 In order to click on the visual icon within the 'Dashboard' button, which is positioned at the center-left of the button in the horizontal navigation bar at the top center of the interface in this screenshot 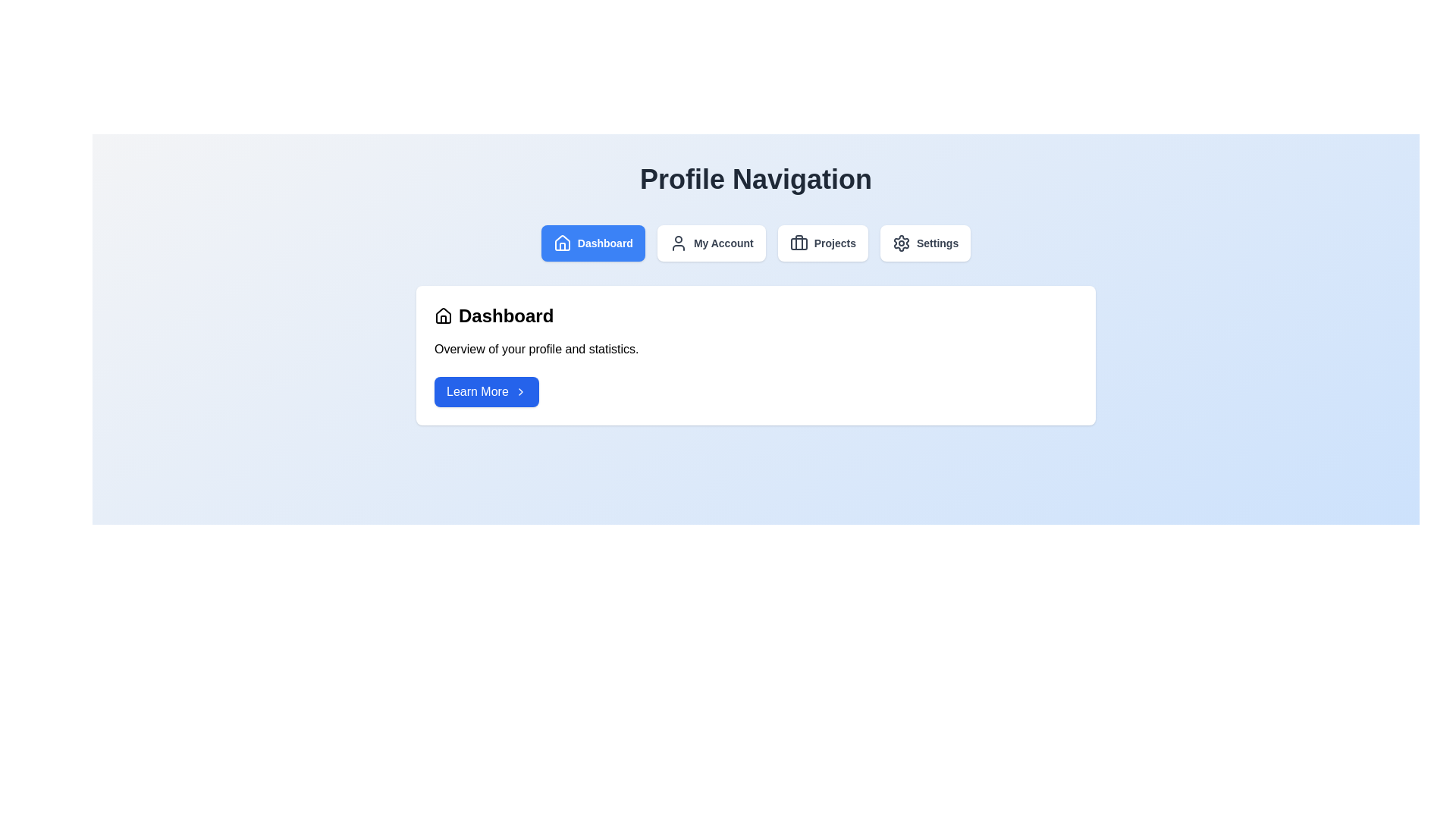, I will do `click(561, 242)`.